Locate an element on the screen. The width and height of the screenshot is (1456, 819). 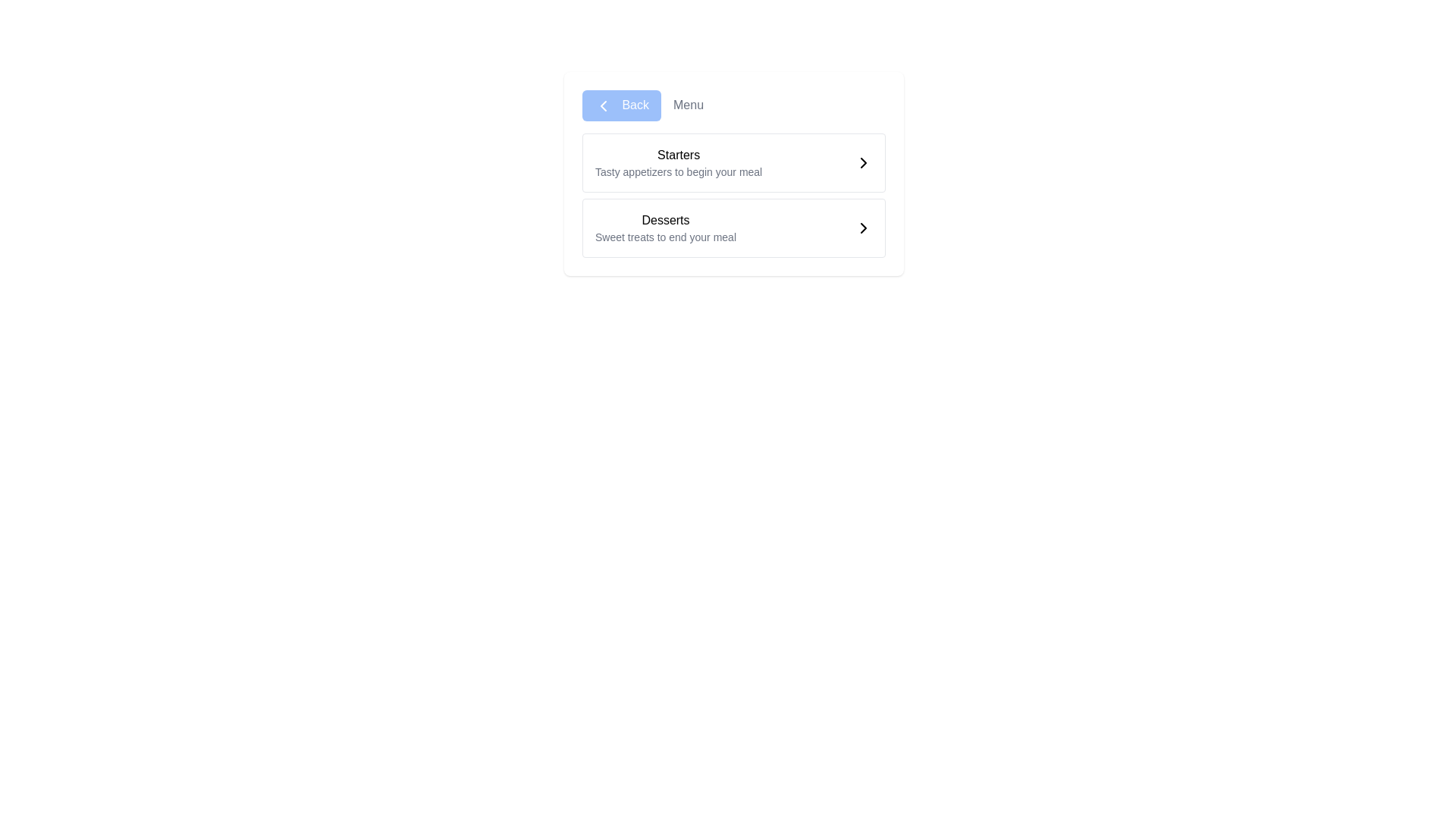
the Navigation link for desserts, which is located in the middle of a white card component, directly below the 'Starters' item is located at coordinates (734, 227).